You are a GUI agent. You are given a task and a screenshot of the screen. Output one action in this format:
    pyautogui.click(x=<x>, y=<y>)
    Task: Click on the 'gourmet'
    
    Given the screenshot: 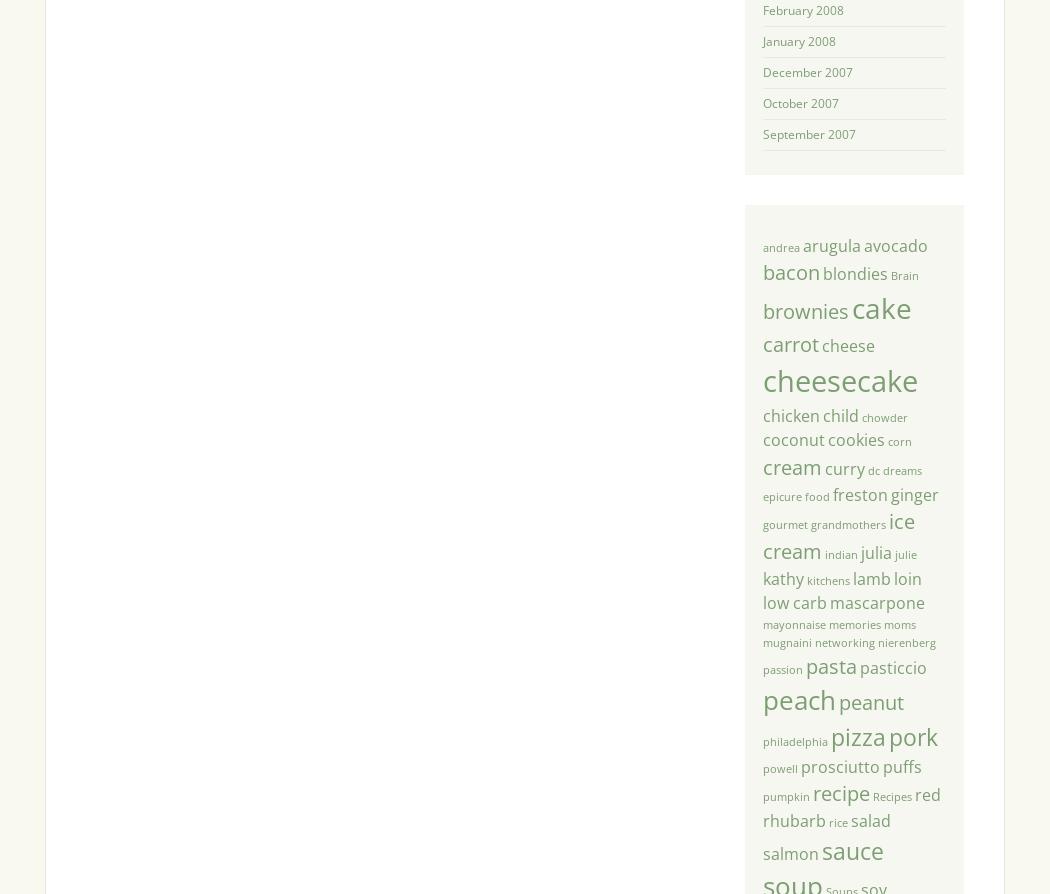 What is the action you would take?
    pyautogui.click(x=761, y=524)
    